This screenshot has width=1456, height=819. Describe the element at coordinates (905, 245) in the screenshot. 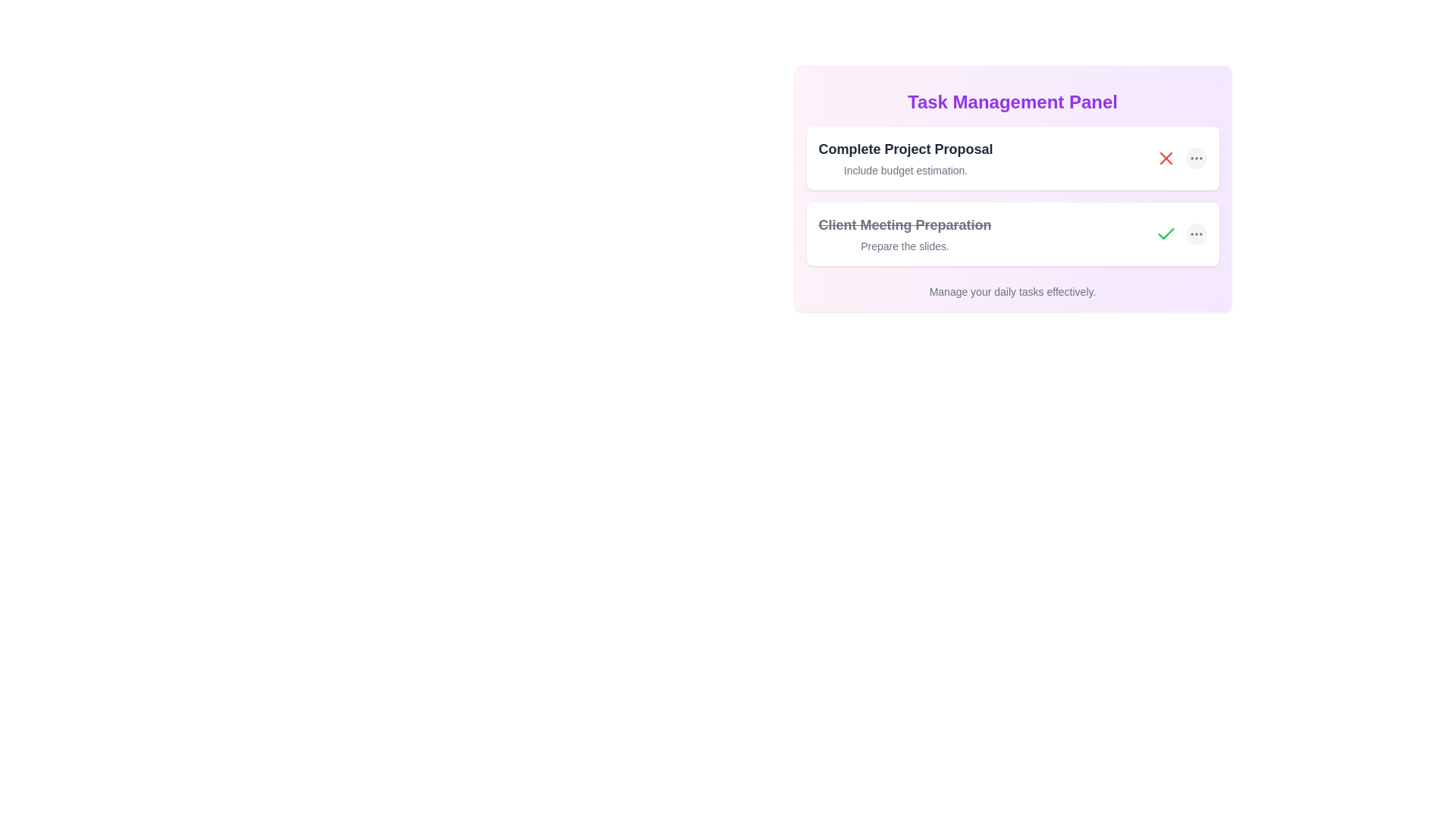

I see `the text element displaying 'Prepare the slides.' which is styled in gray and positioned below the bold title 'Client Meeting Preparation.'` at that location.